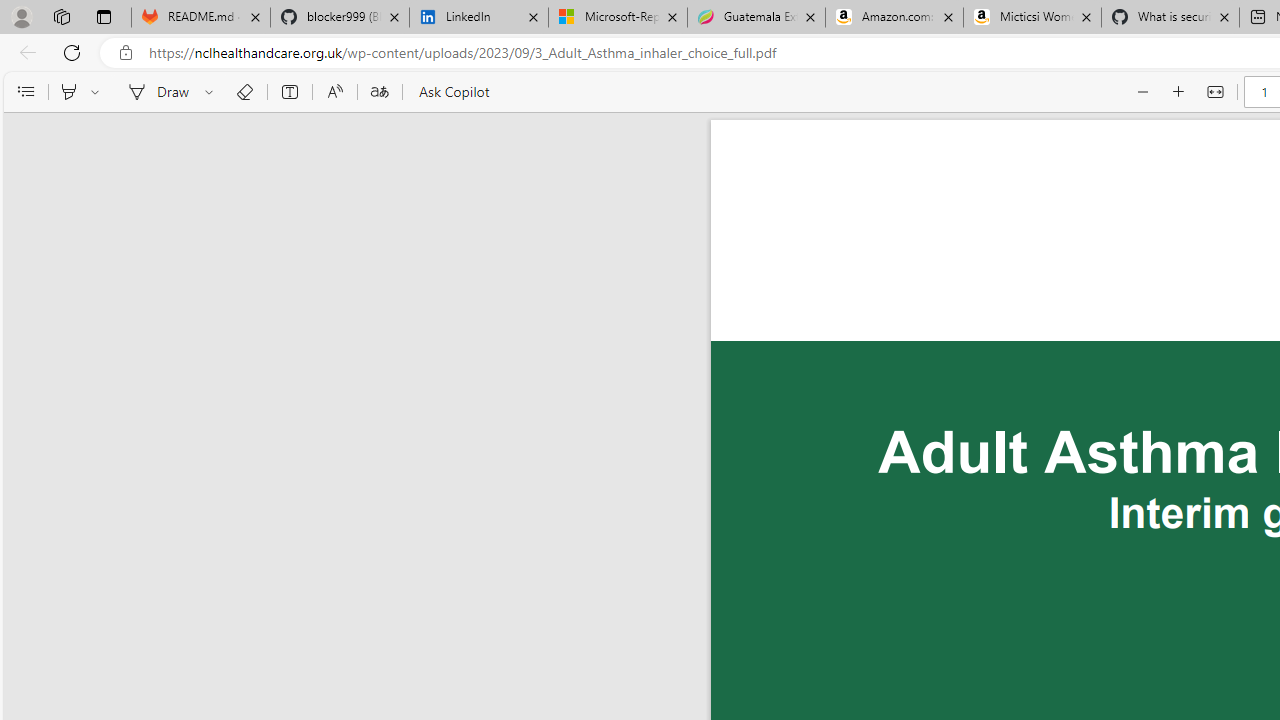  What do you see at coordinates (477, 17) in the screenshot?
I see `'LinkedIn'` at bounding box center [477, 17].